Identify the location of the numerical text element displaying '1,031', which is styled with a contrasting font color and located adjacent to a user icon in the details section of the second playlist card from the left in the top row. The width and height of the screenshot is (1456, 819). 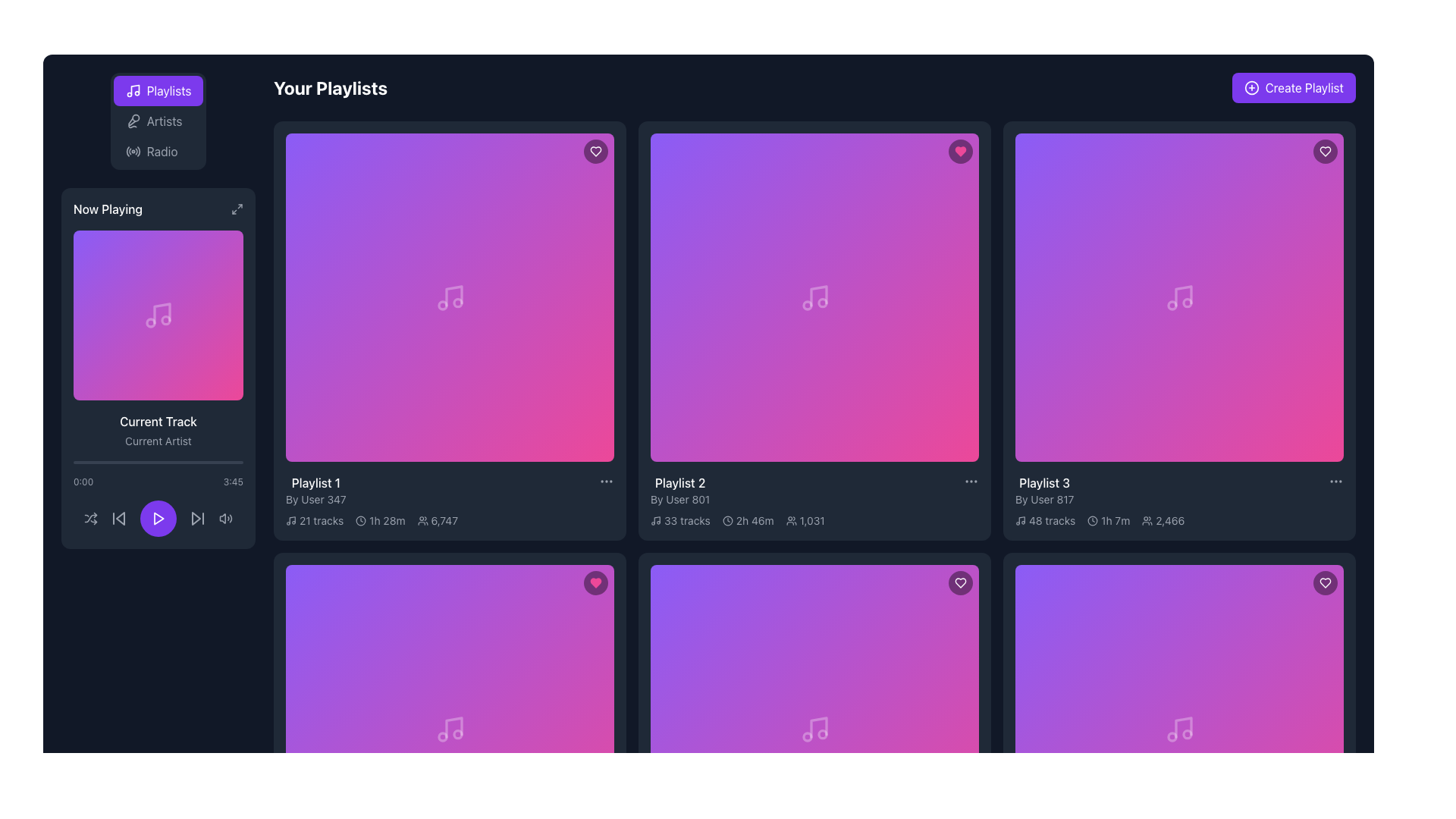
(811, 519).